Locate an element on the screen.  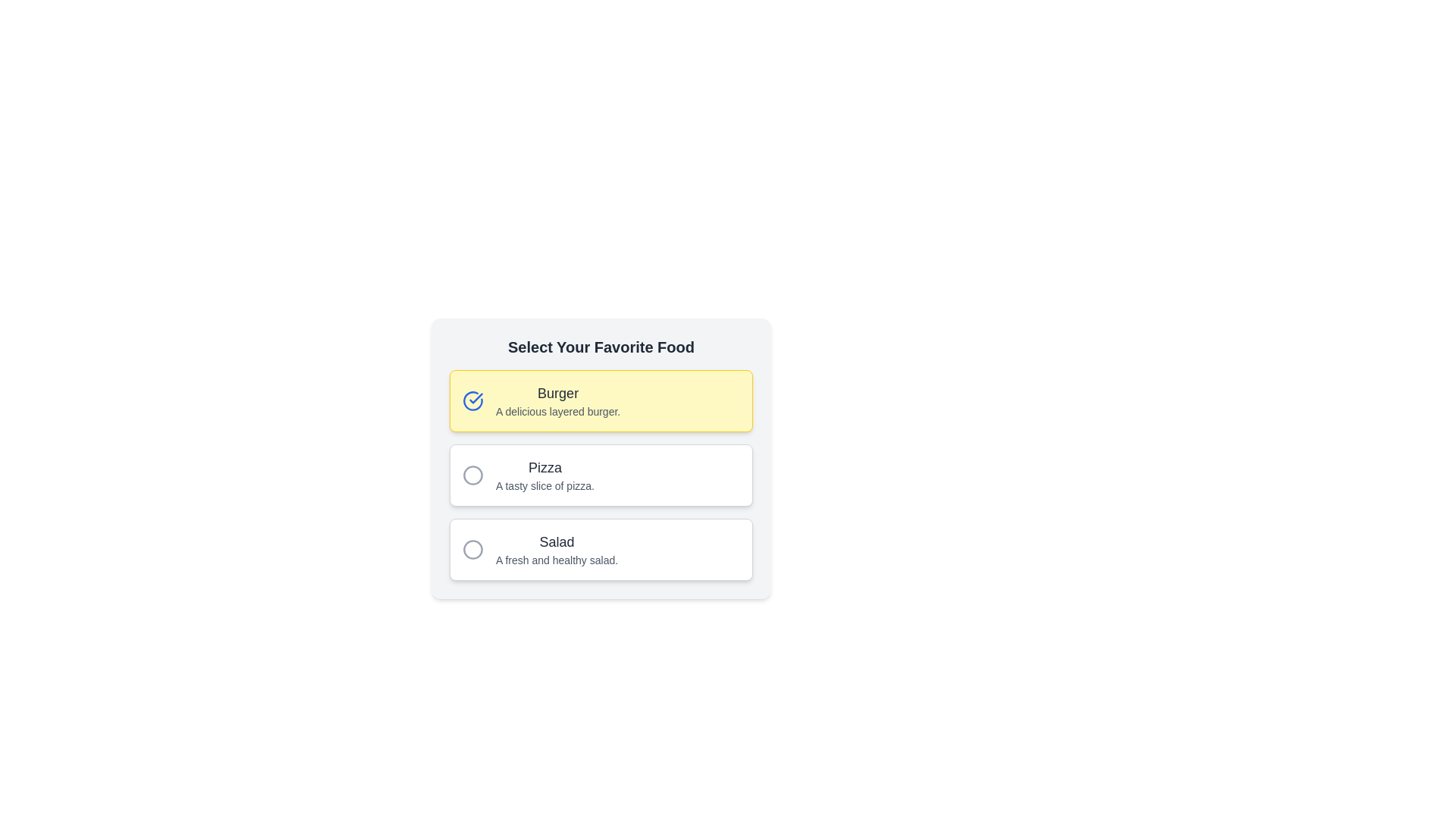
the hollow circle radio button is located at coordinates (472, 550).